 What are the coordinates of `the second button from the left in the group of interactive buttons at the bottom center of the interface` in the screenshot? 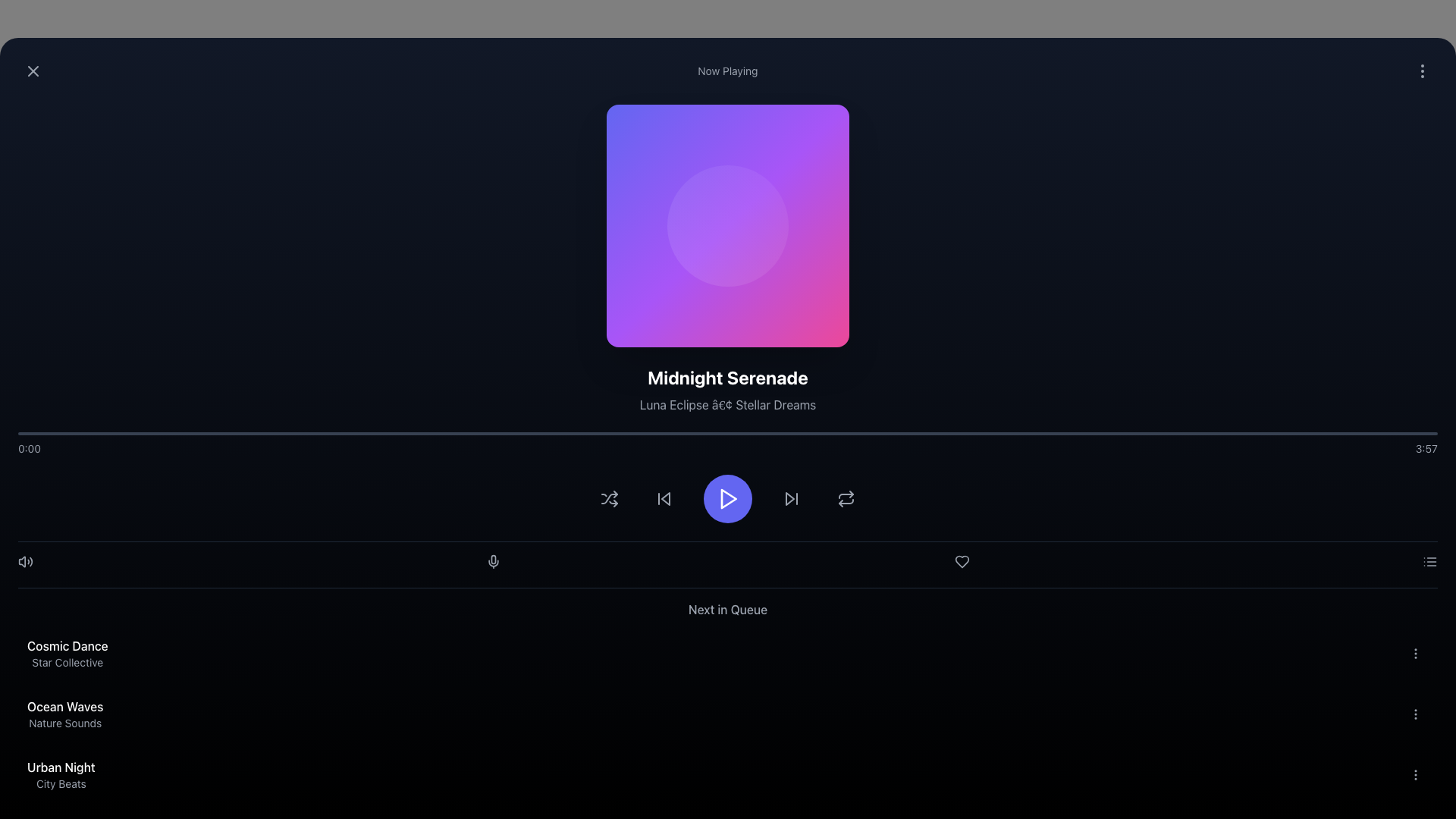 It's located at (664, 499).